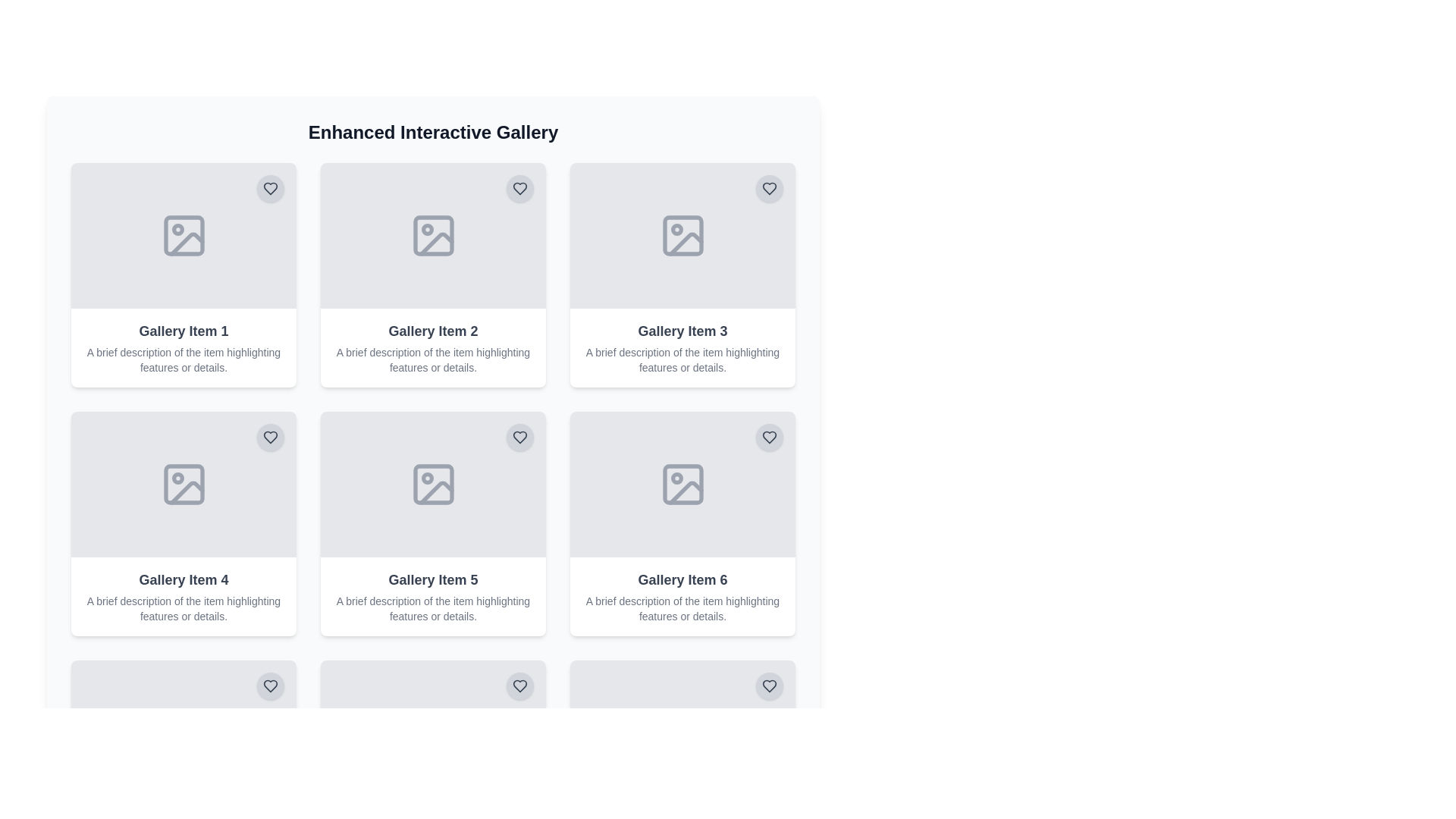 This screenshot has width=1456, height=819. Describe the element at coordinates (432, 236) in the screenshot. I see `the Image icon or placeholder located in the second gallery item of the interactive gallery grid layout, positioned in the top row, second column` at that location.